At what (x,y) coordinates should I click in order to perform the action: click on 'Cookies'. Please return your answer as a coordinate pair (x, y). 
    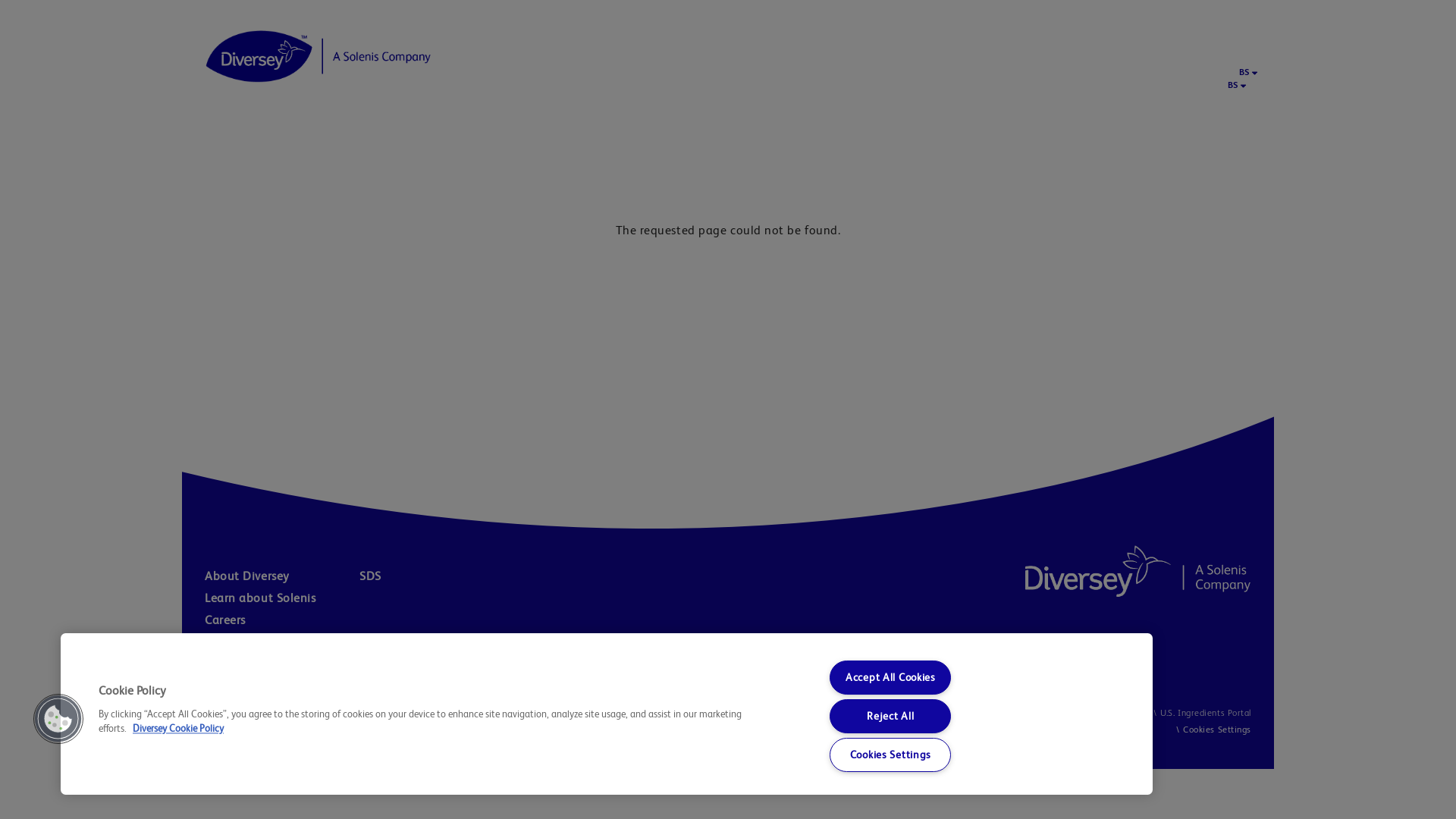
    Looking at the image, I should click on (1128, 713).